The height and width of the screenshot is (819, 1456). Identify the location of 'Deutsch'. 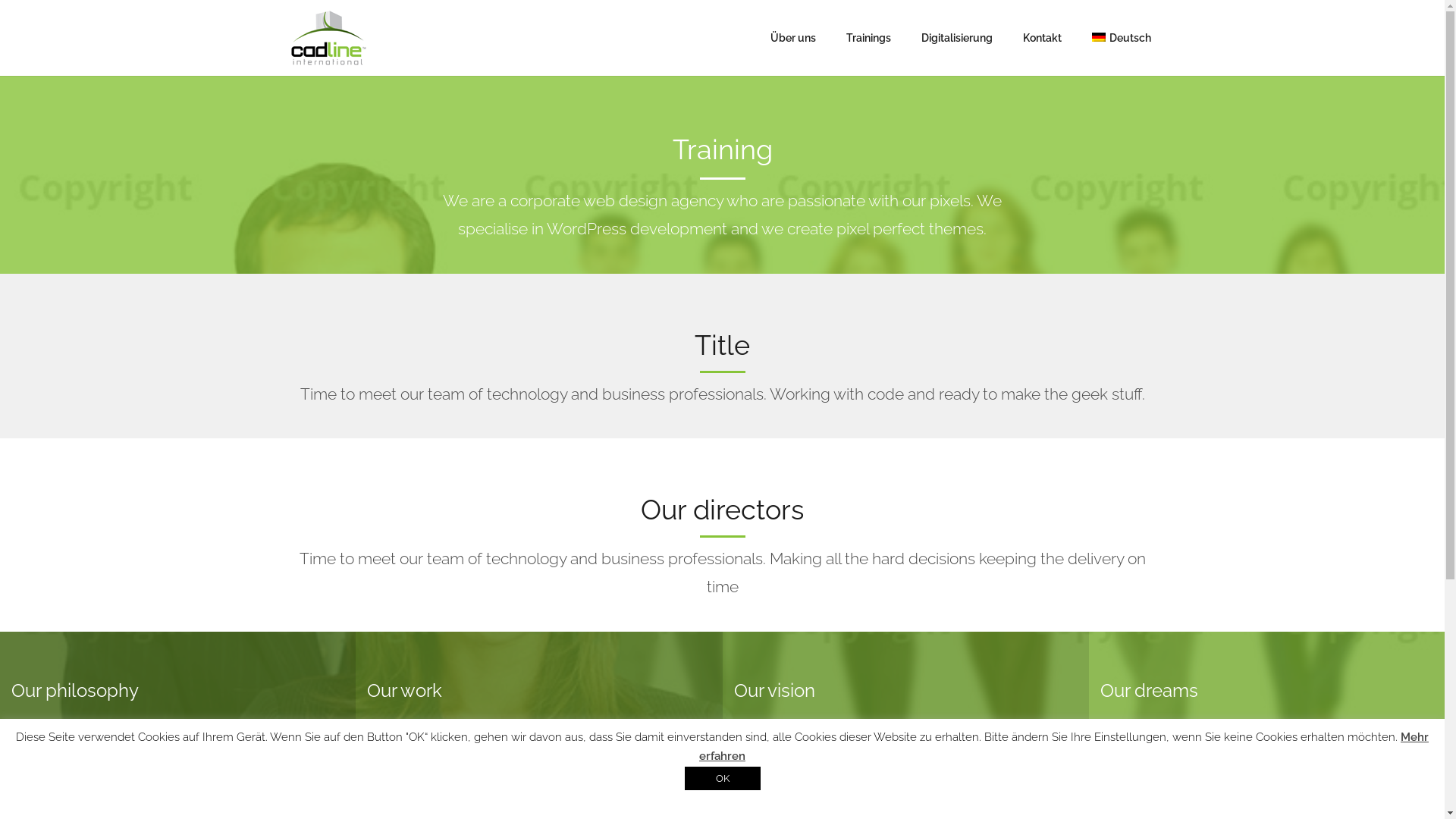
(1121, 37).